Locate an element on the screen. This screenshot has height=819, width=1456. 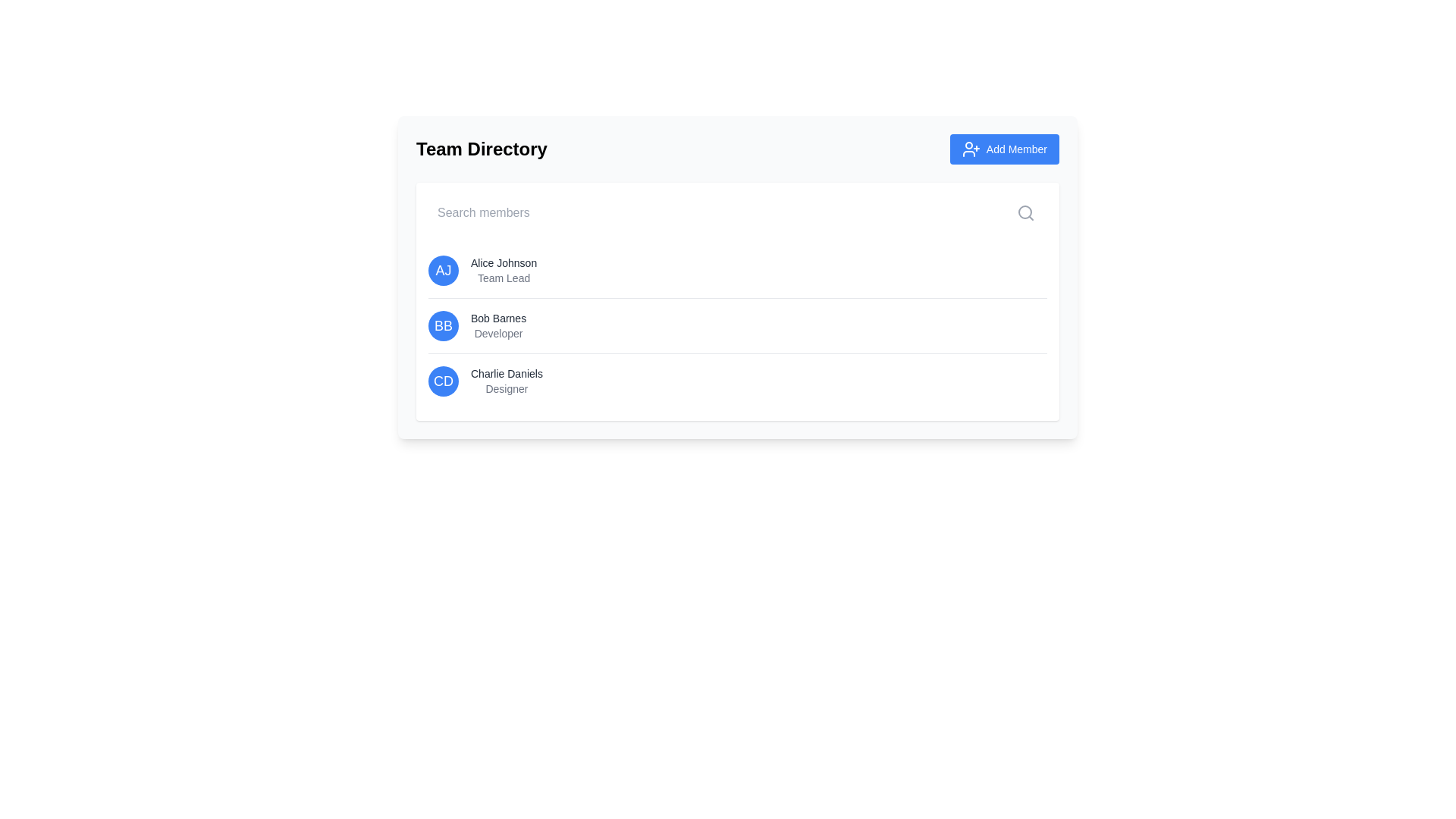
the text label displaying 'Developer', which is a small, gray font below the name 'Bob Barnes' in a user information card is located at coordinates (498, 332).